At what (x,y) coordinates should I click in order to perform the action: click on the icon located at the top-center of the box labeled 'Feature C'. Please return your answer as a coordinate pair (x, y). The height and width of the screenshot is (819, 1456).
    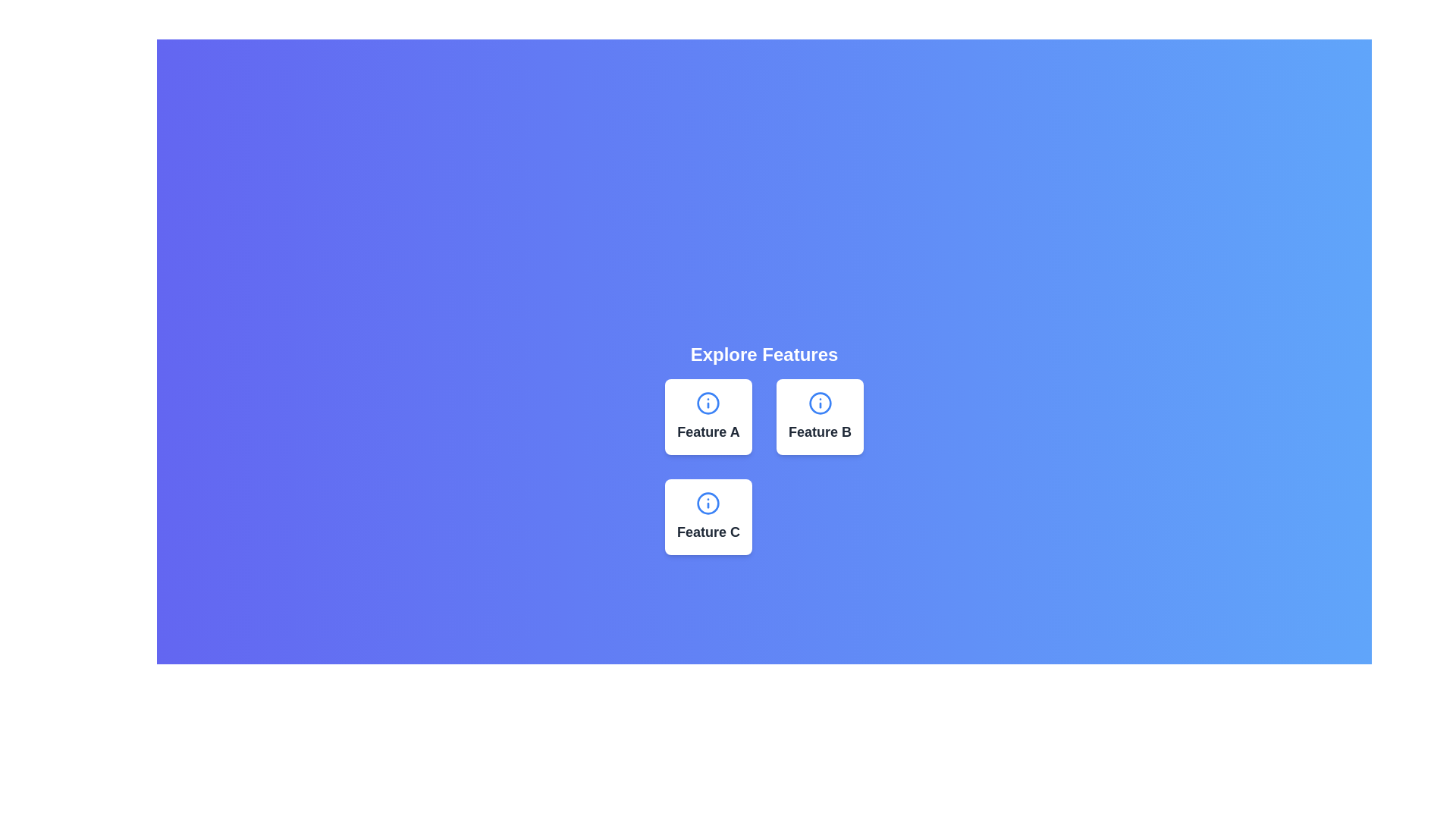
    Looking at the image, I should click on (708, 503).